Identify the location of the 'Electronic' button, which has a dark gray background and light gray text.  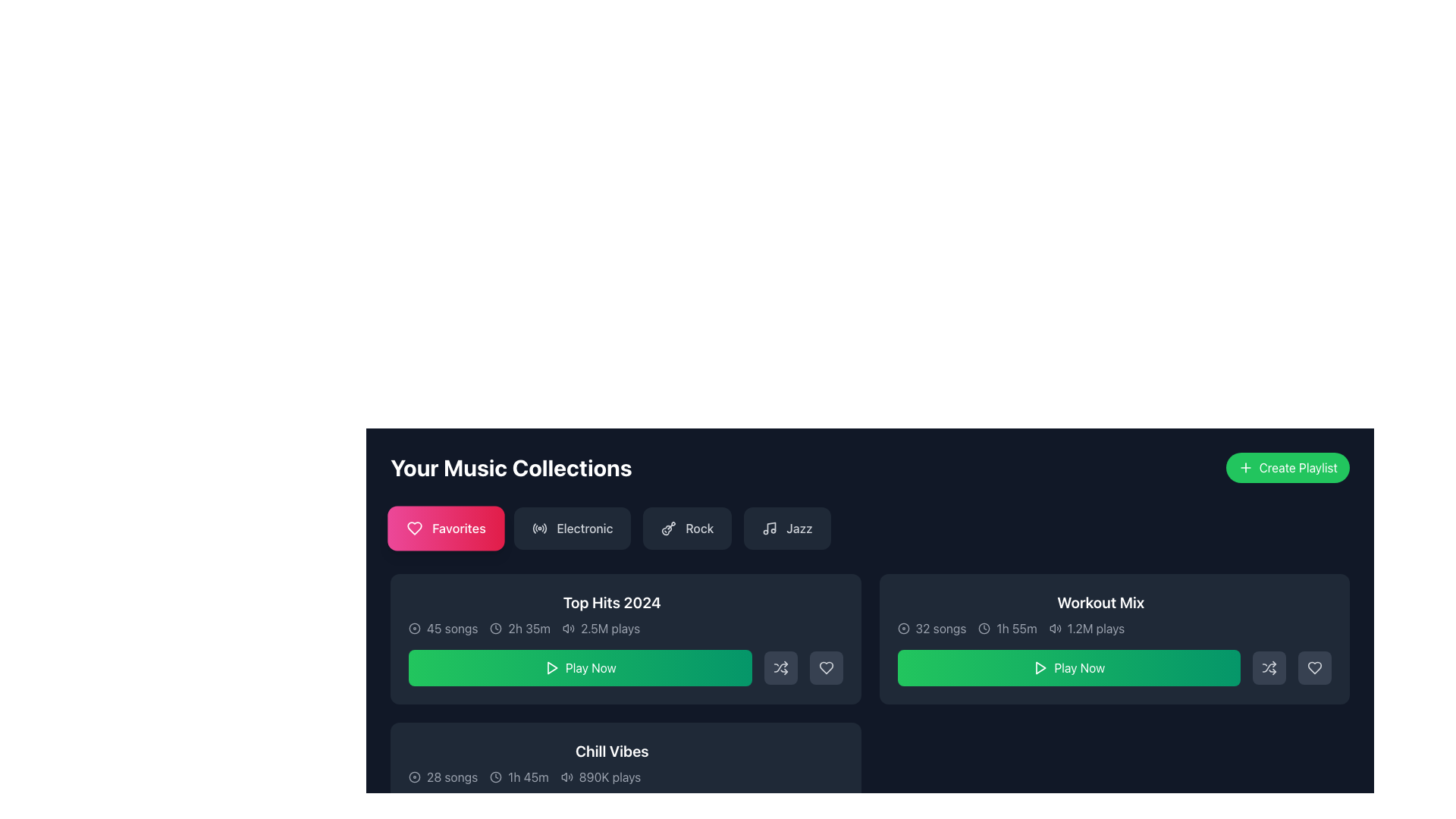
(571, 528).